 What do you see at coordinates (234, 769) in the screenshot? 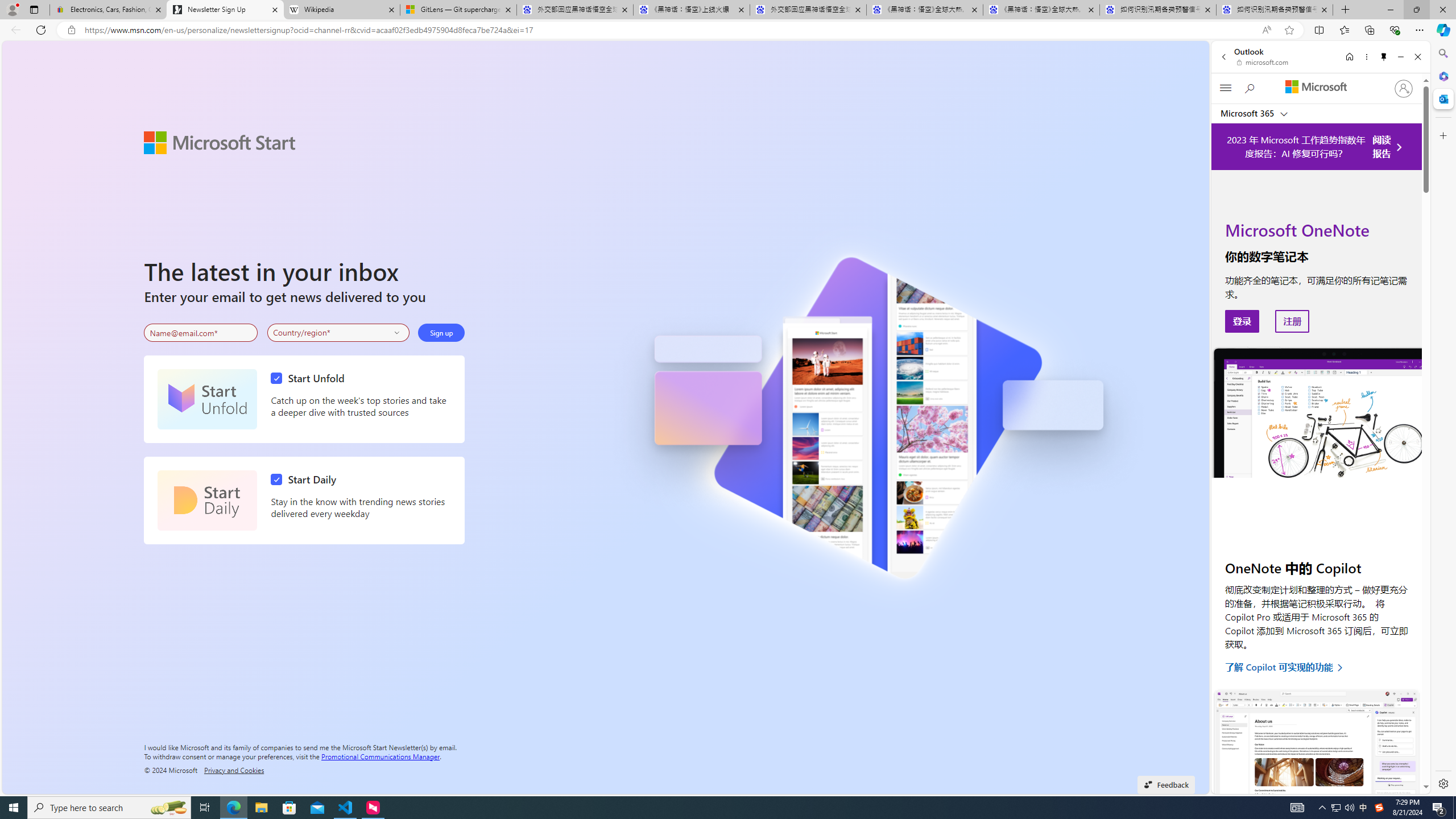
I see `'Privacy and Cookies'` at bounding box center [234, 769].